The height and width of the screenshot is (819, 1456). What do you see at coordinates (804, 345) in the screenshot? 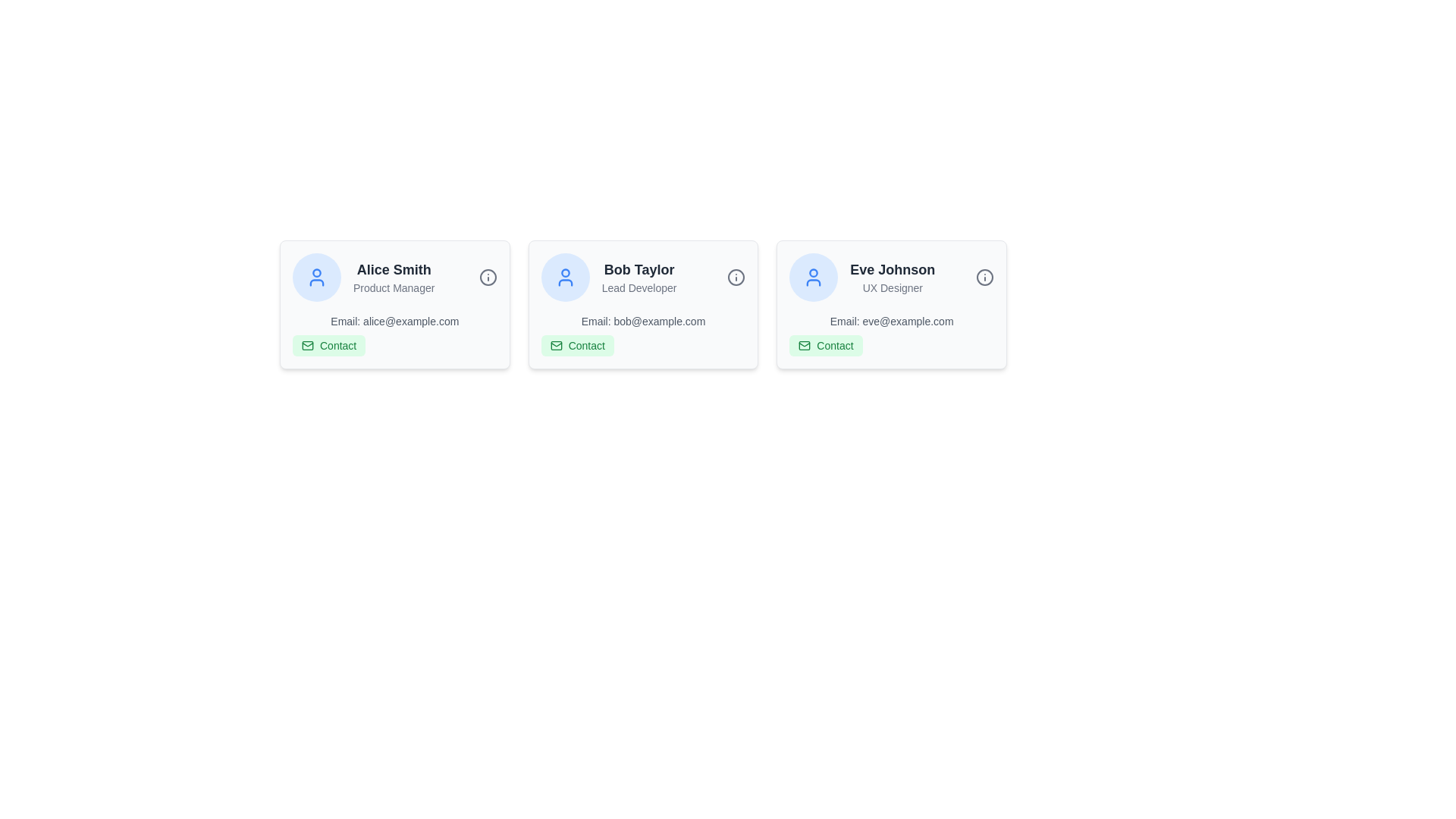
I see `the Decorative Icon resembling an envelope, located at the bottom section of the card for 'Eve Johnson'` at bounding box center [804, 345].